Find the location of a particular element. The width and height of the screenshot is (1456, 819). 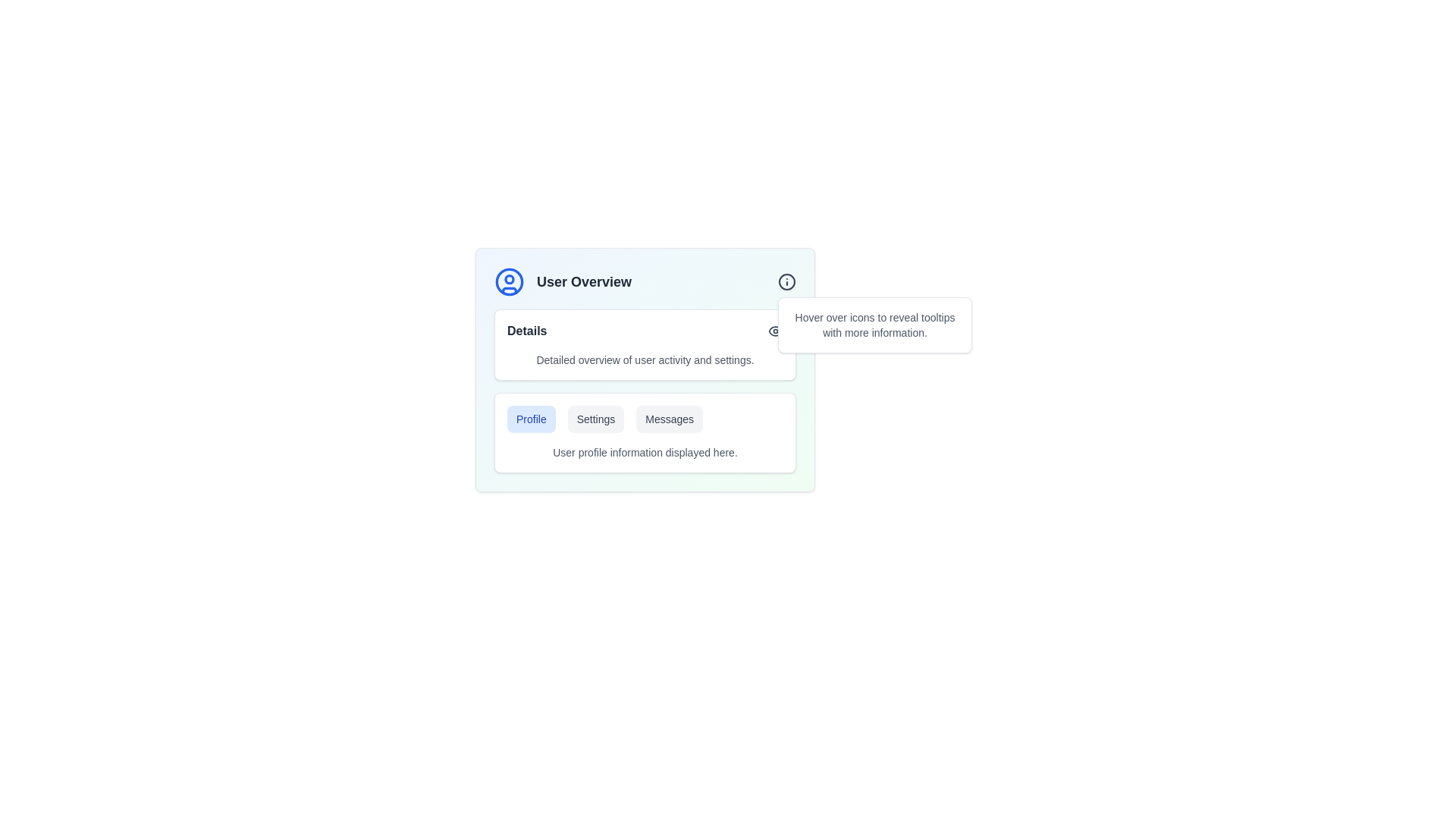

descriptive header text indicating that the content below pertains to an overview of user-related information, located at the top-left area of the card component, aligned to the right of the circular user icon is located at coordinates (583, 281).